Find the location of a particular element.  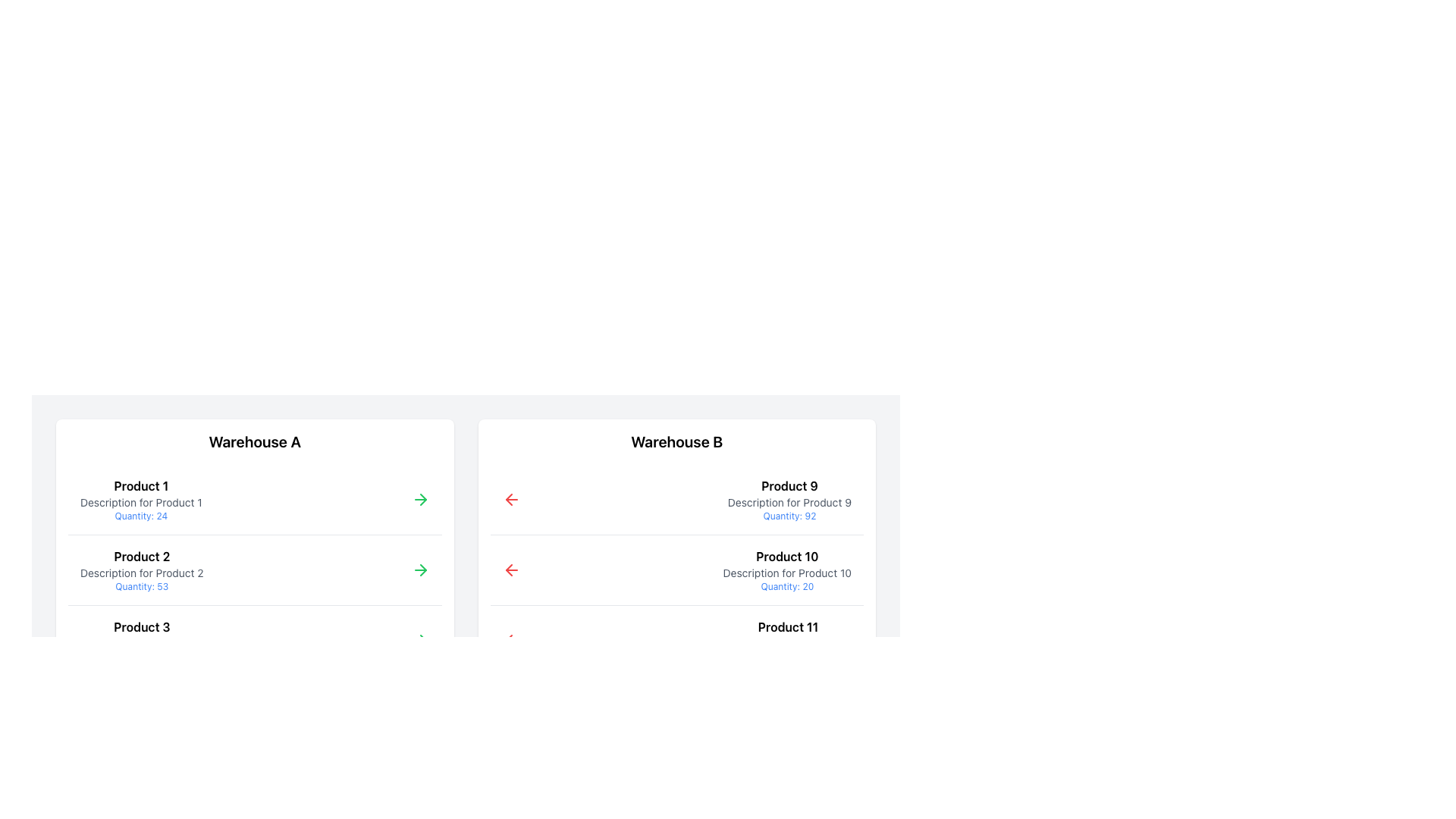

the text label displaying 'Quantity: 92' in a small-sized, blue-colored font, located in the third row of the 'Warehouse B' section, directly below 'Product 9' is located at coordinates (789, 516).